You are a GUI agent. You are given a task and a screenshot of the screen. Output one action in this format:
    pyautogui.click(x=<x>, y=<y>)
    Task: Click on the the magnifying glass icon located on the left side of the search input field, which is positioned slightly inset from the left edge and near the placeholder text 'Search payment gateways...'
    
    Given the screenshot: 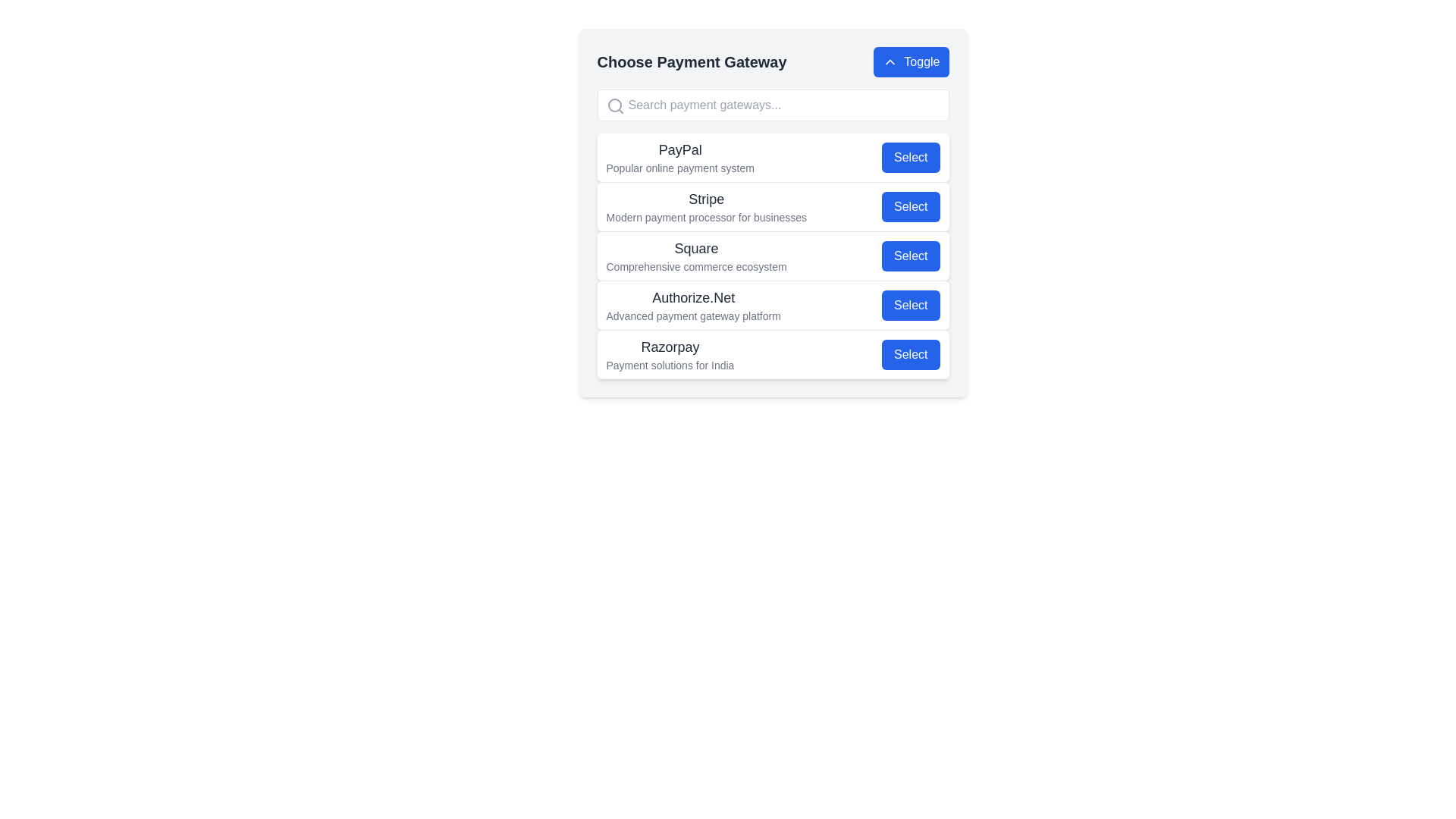 What is the action you would take?
    pyautogui.click(x=615, y=105)
    